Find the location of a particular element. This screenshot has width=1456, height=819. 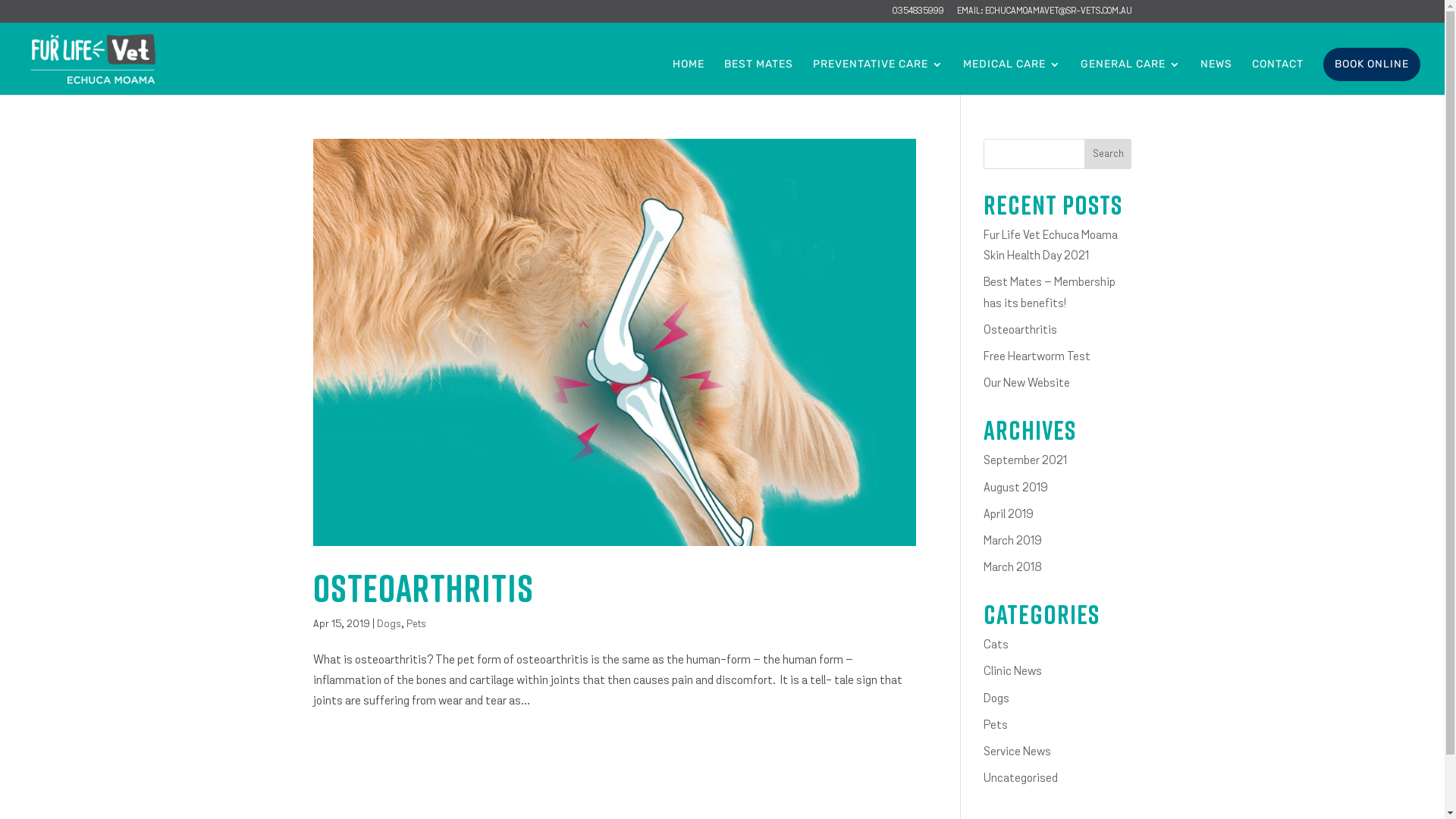

'Uncategorised' is located at coordinates (1020, 778).